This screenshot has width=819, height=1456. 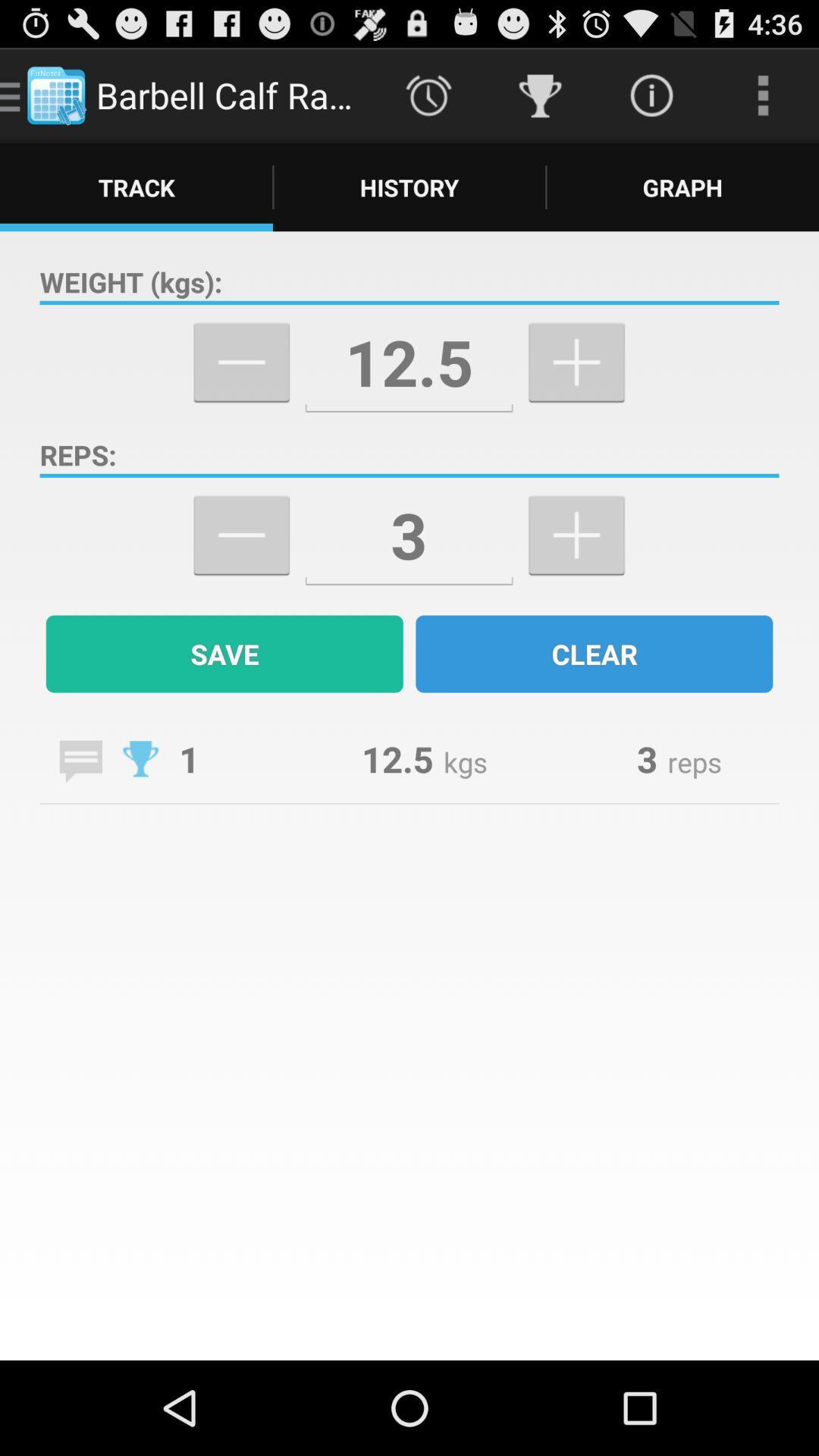 I want to click on leave comment, so click(x=80, y=761).